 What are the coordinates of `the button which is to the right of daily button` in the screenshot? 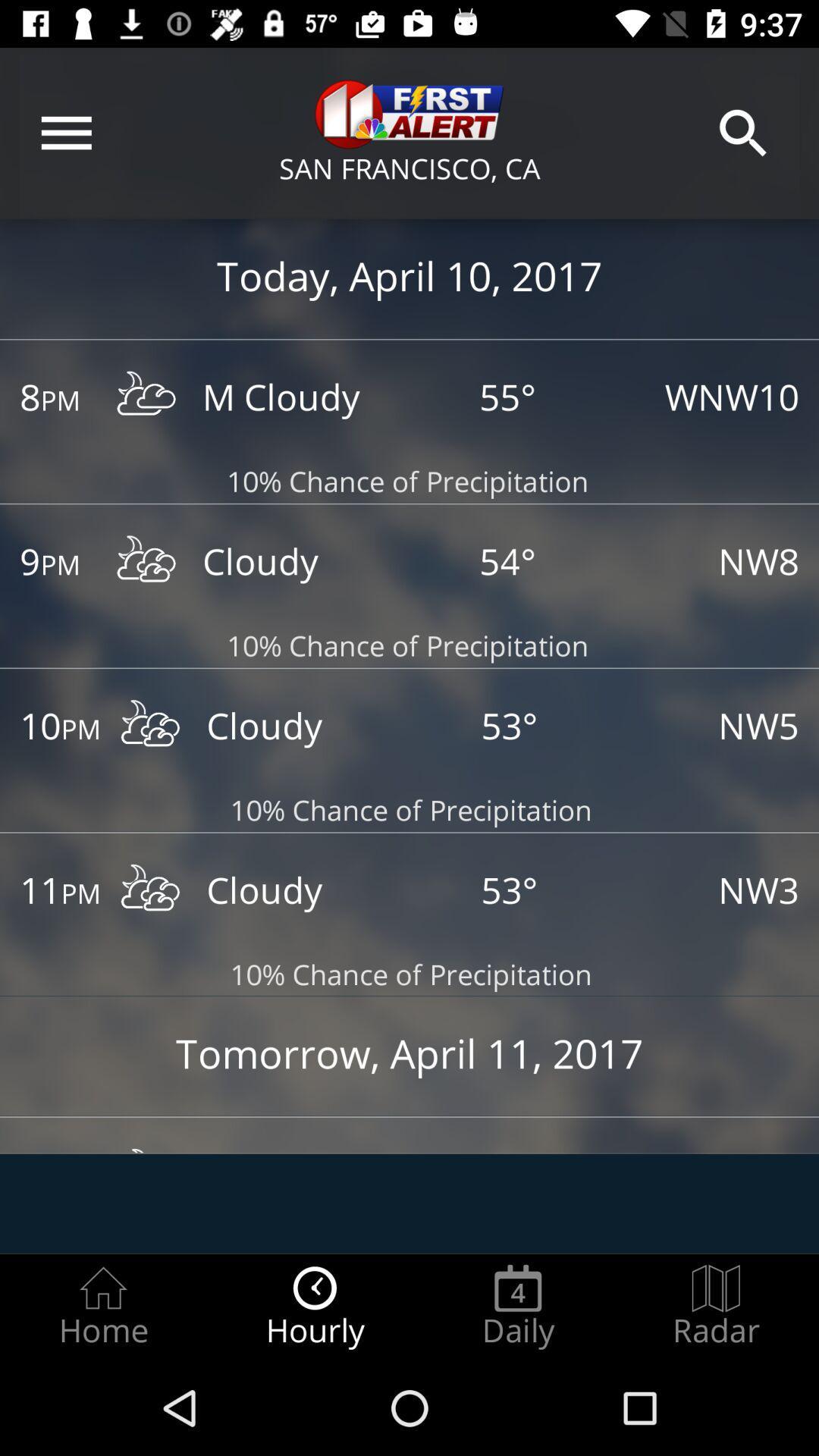 It's located at (716, 1306).